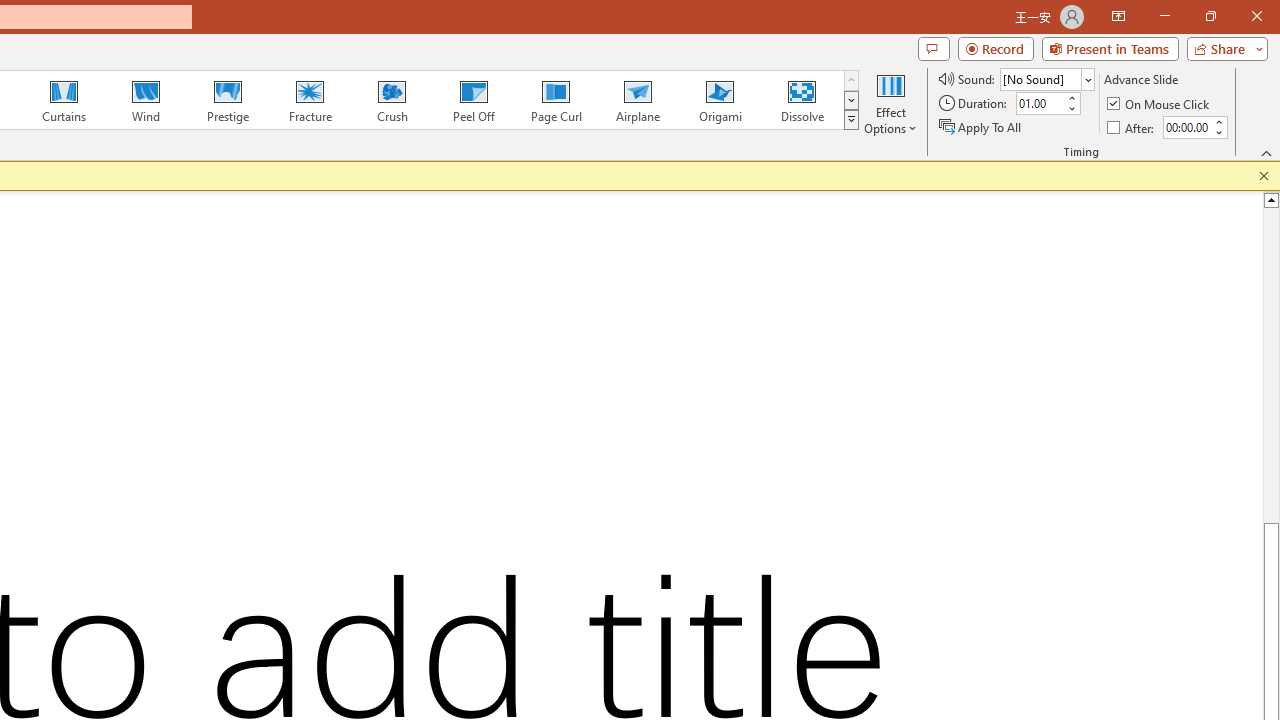 The height and width of the screenshot is (720, 1280). What do you see at coordinates (720, 100) in the screenshot?
I see `'Origami'` at bounding box center [720, 100].